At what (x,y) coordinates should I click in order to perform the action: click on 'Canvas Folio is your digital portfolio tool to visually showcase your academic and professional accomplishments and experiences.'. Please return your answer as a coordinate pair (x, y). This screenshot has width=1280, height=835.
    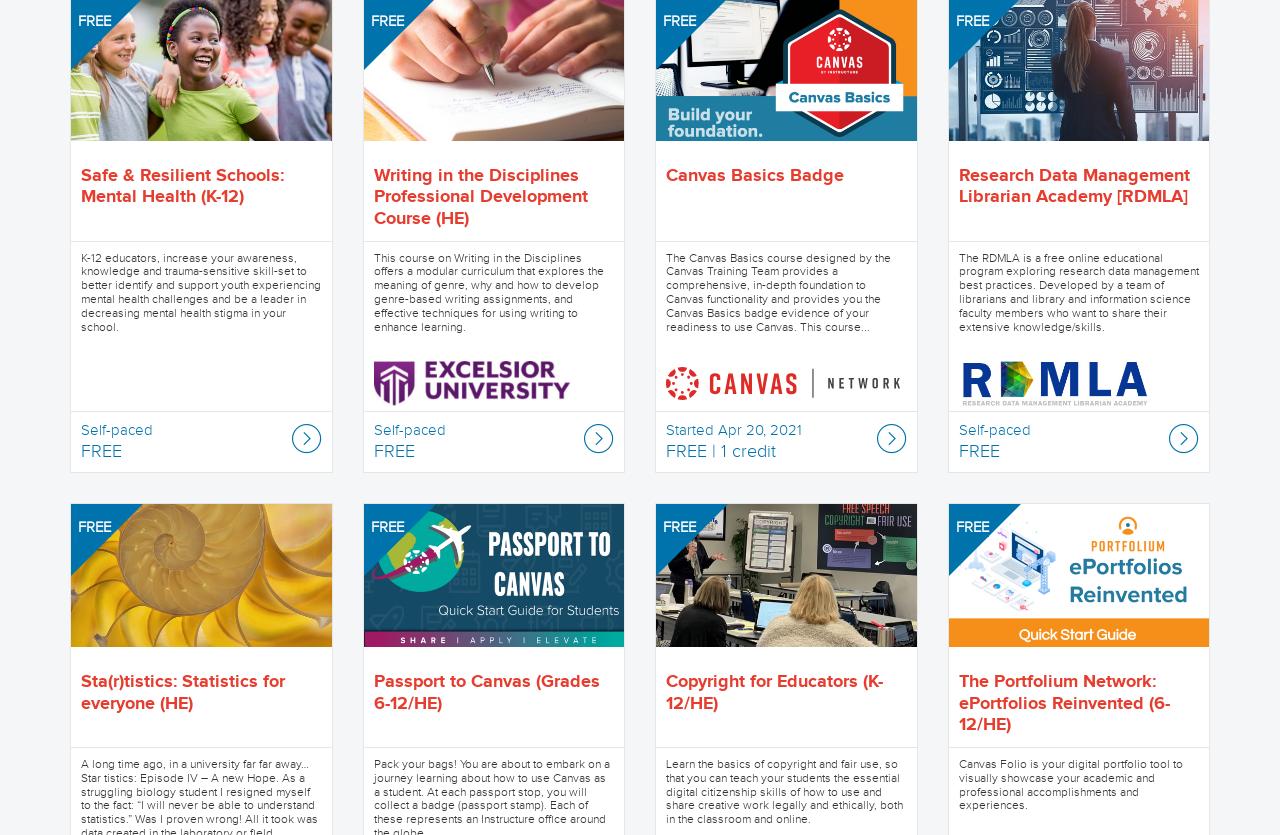
    Looking at the image, I should click on (1068, 783).